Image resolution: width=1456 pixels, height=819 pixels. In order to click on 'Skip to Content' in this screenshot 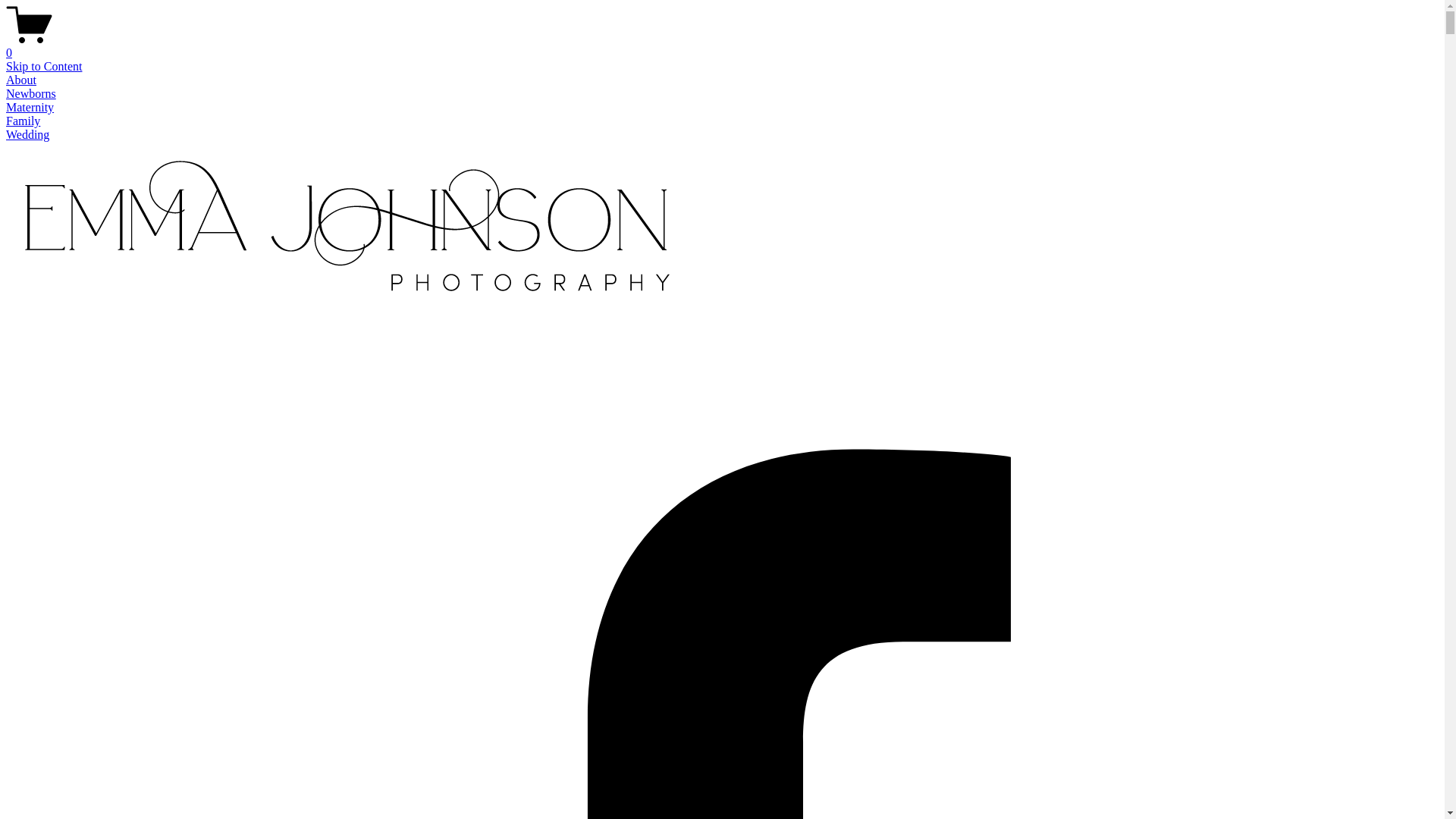, I will do `click(43, 65)`.